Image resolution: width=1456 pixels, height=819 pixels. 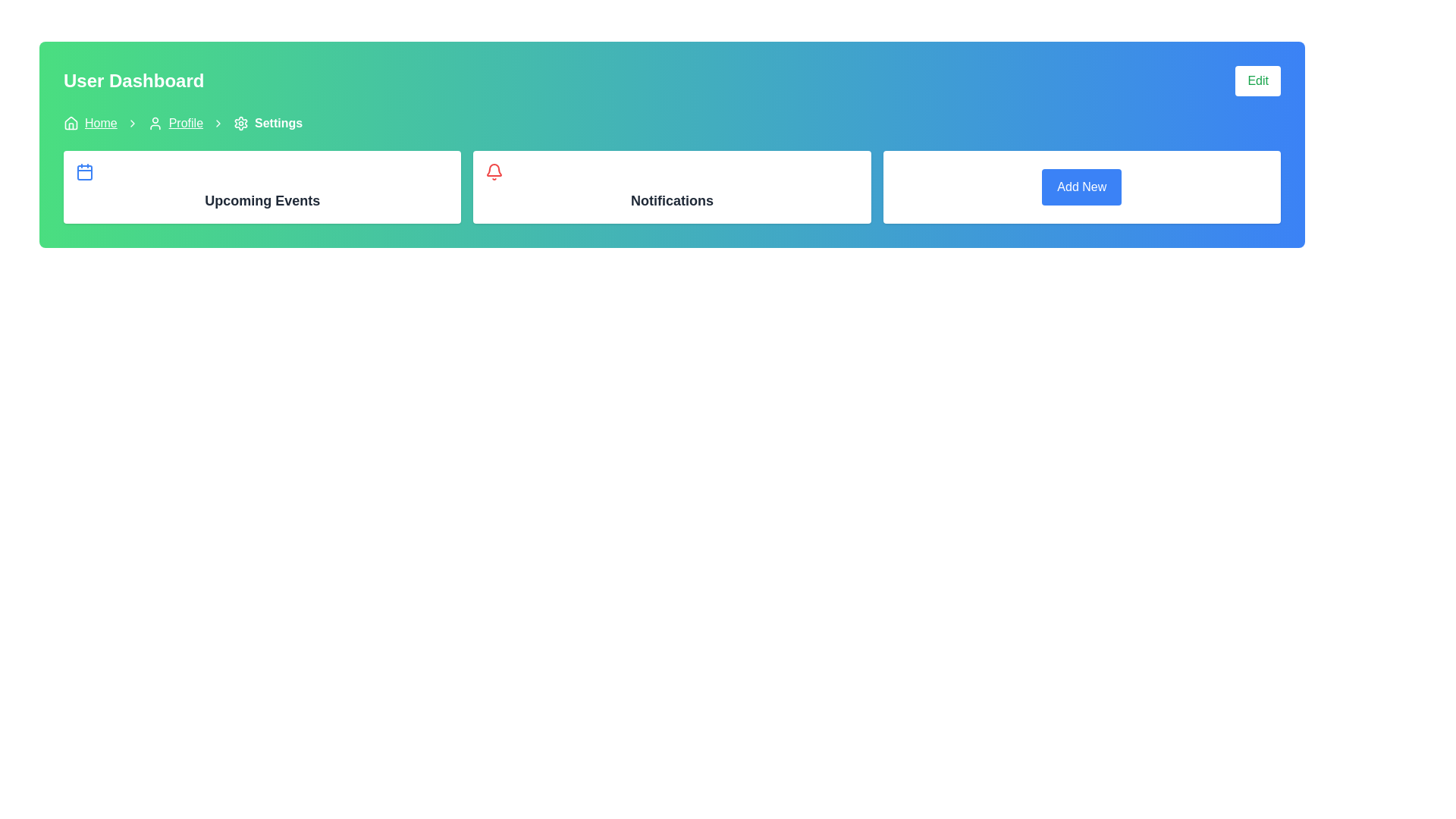 What do you see at coordinates (83, 171) in the screenshot?
I see `the calendar icon with a blue outline located at the top-left corner of the 'Upcoming Events' section` at bounding box center [83, 171].